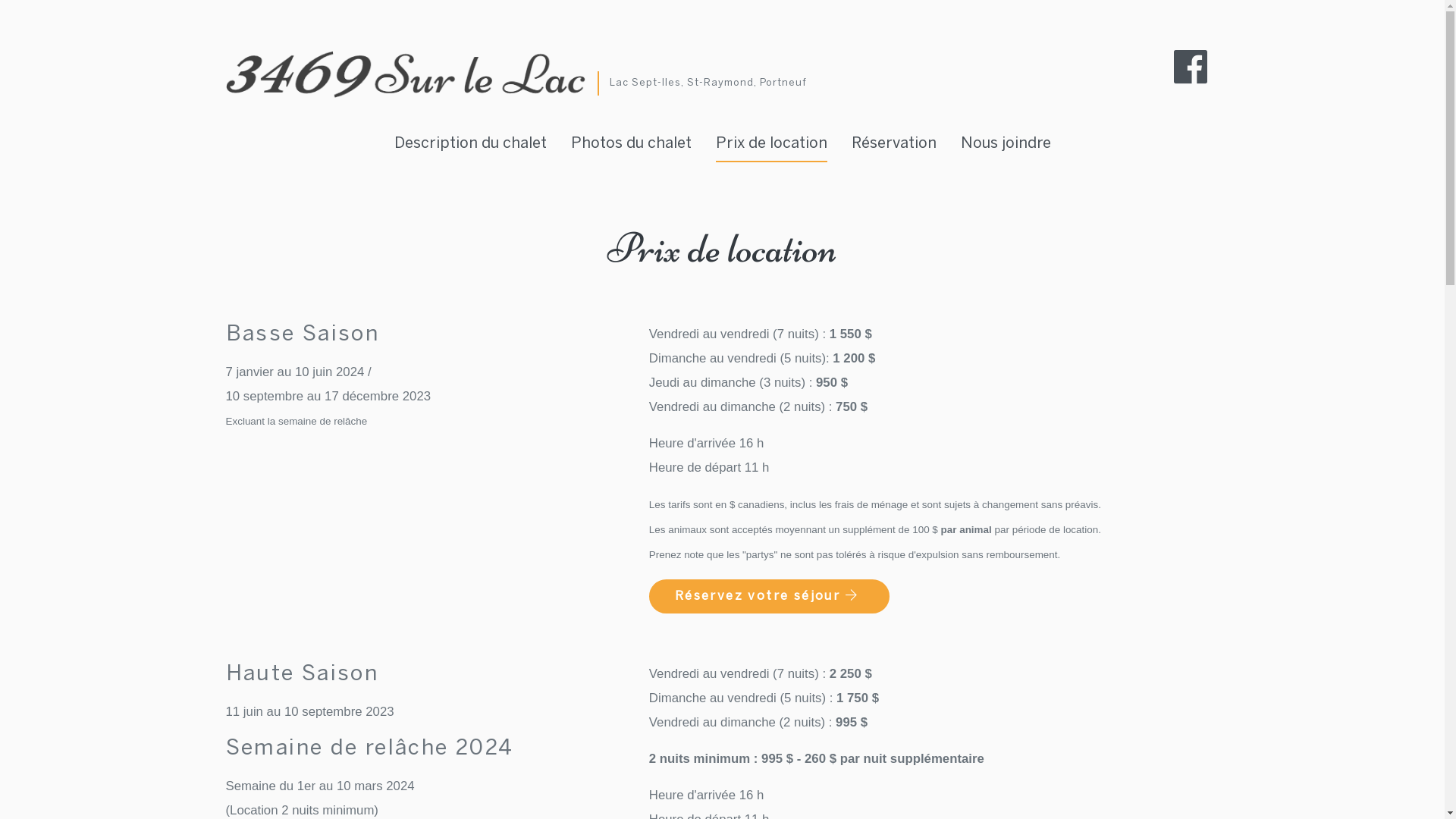 The width and height of the screenshot is (1456, 819). What do you see at coordinates (630, 143) in the screenshot?
I see `'Photos du chalet'` at bounding box center [630, 143].